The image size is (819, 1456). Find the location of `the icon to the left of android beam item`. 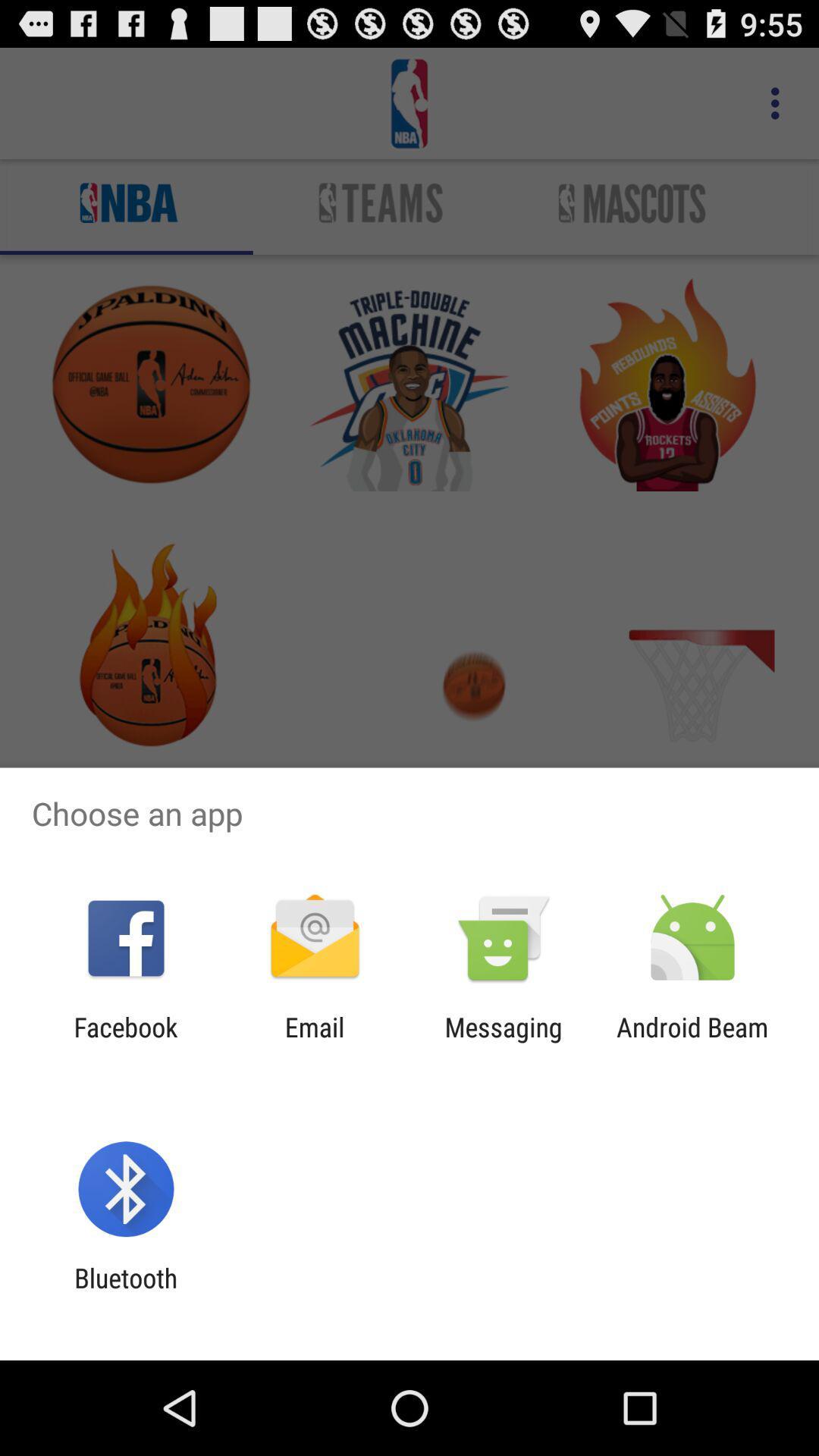

the icon to the left of android beam item is located at coordinates (504, 1042).